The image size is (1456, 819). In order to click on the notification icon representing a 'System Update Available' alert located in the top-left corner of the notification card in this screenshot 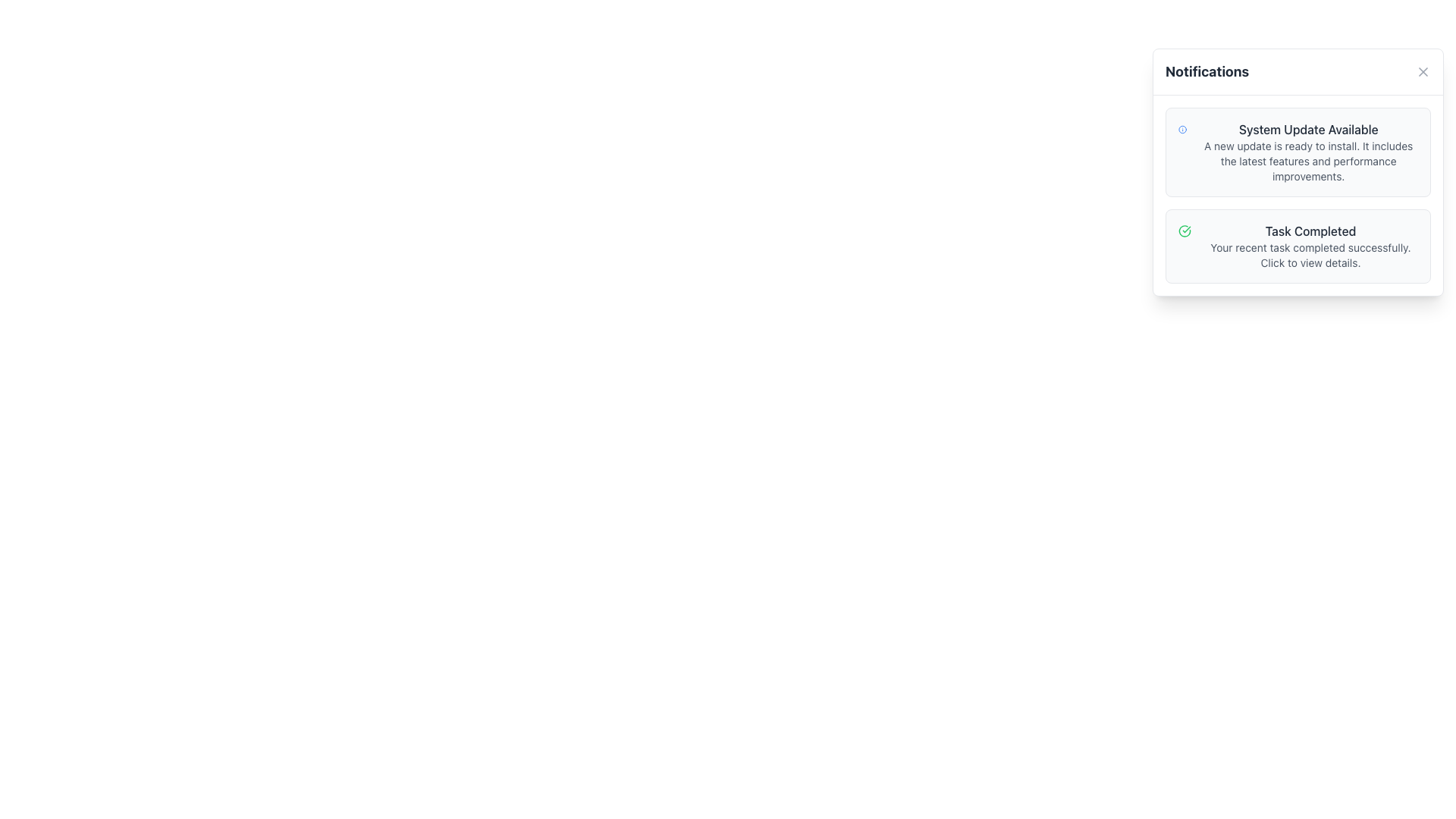, I will do `click(1181, 128)`.